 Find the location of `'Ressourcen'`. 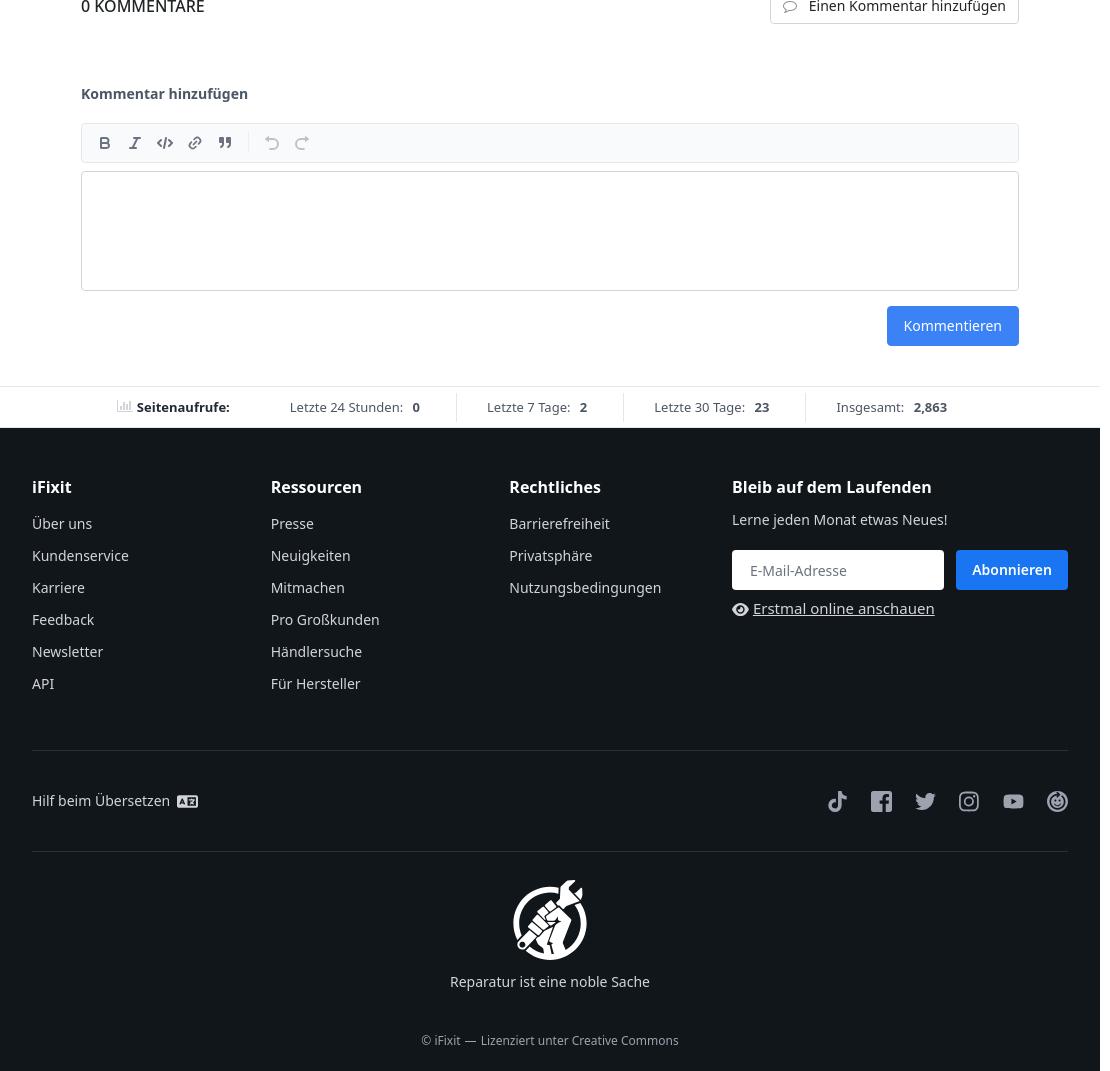

'Ressourcen' is located at coordinates (315, 485).